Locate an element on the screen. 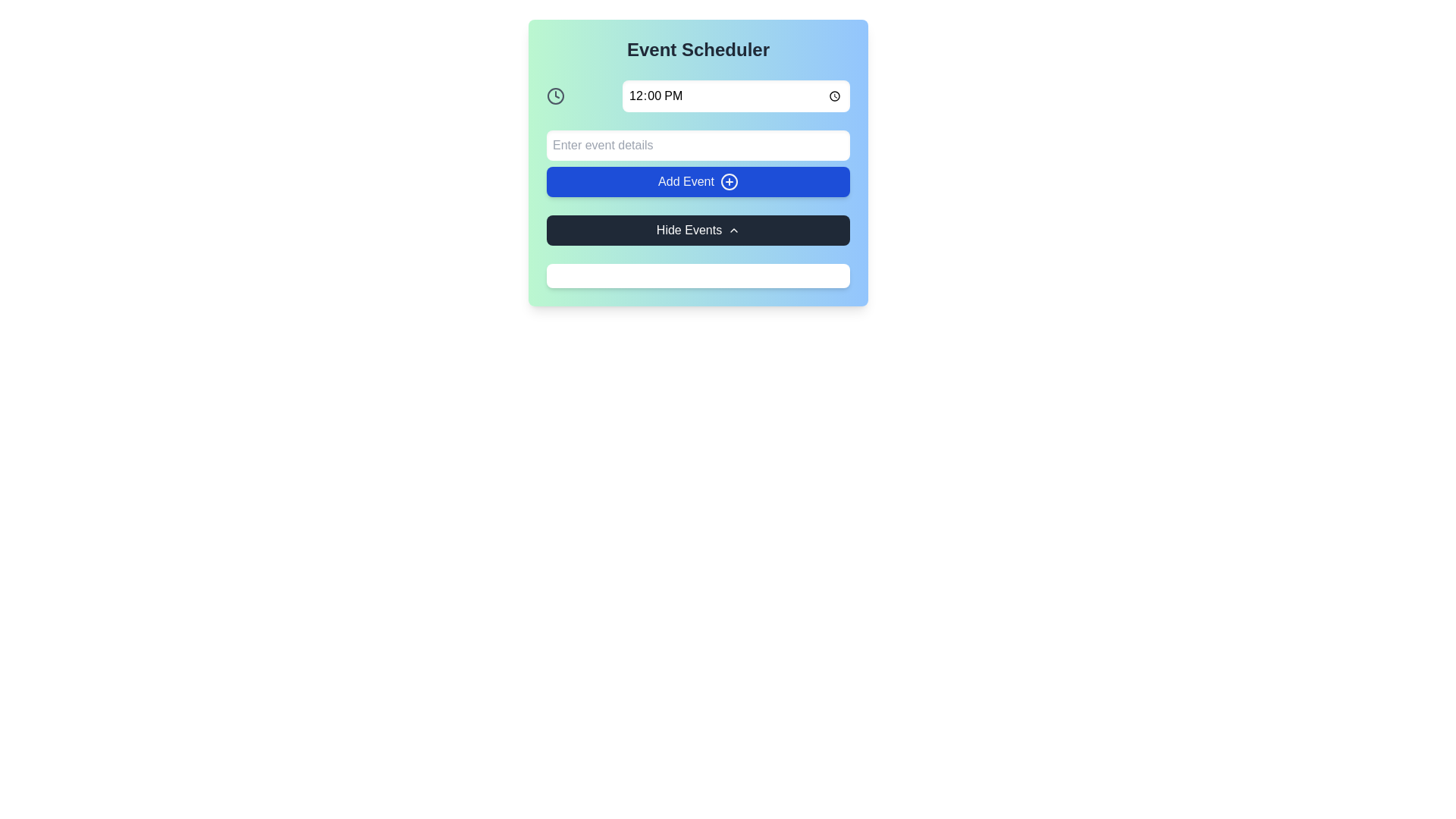  the 'Hide Events' button is located at coordinates (698, 231).